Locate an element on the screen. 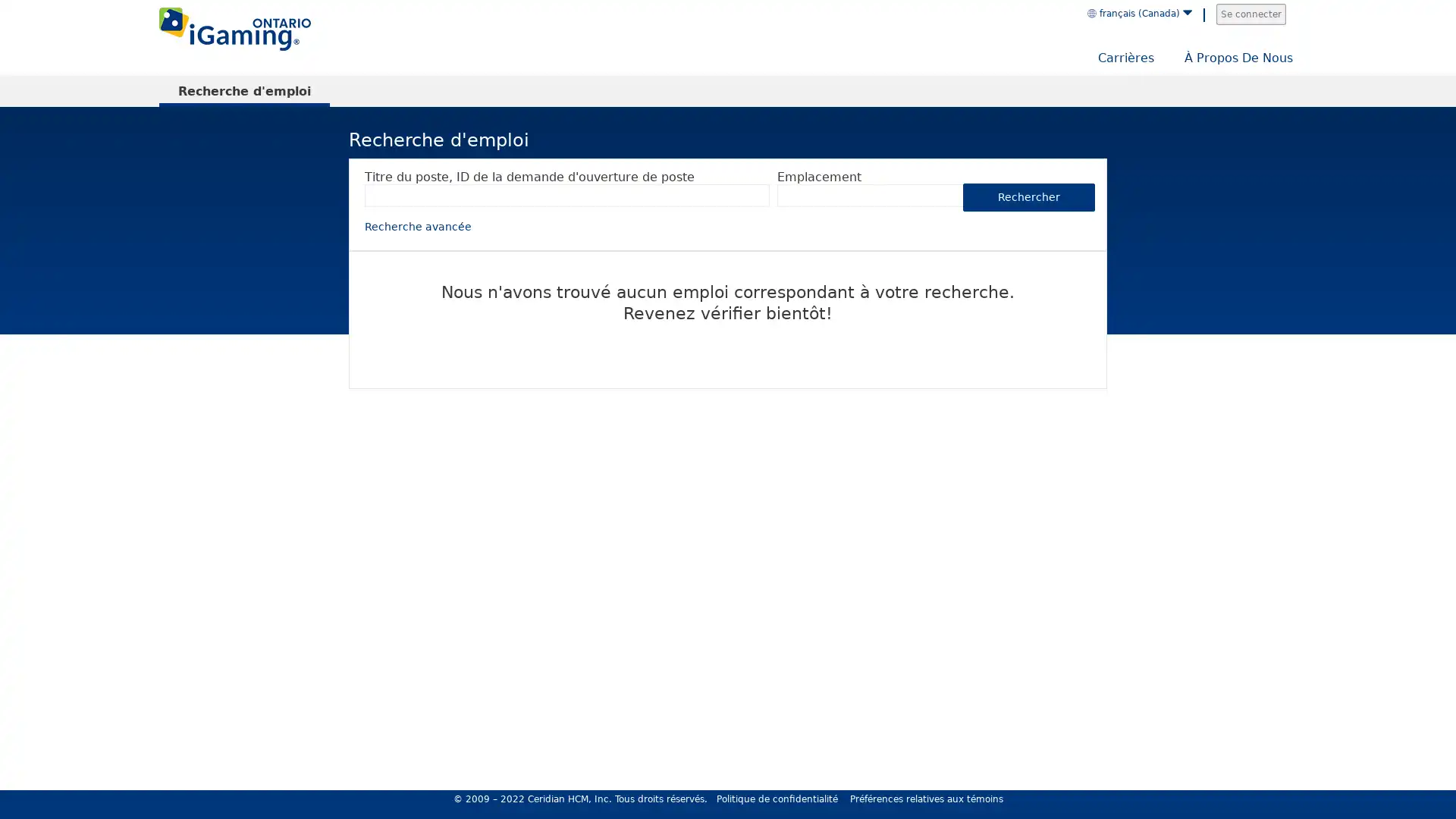  Refuser is located at coordinates (1308, 771).